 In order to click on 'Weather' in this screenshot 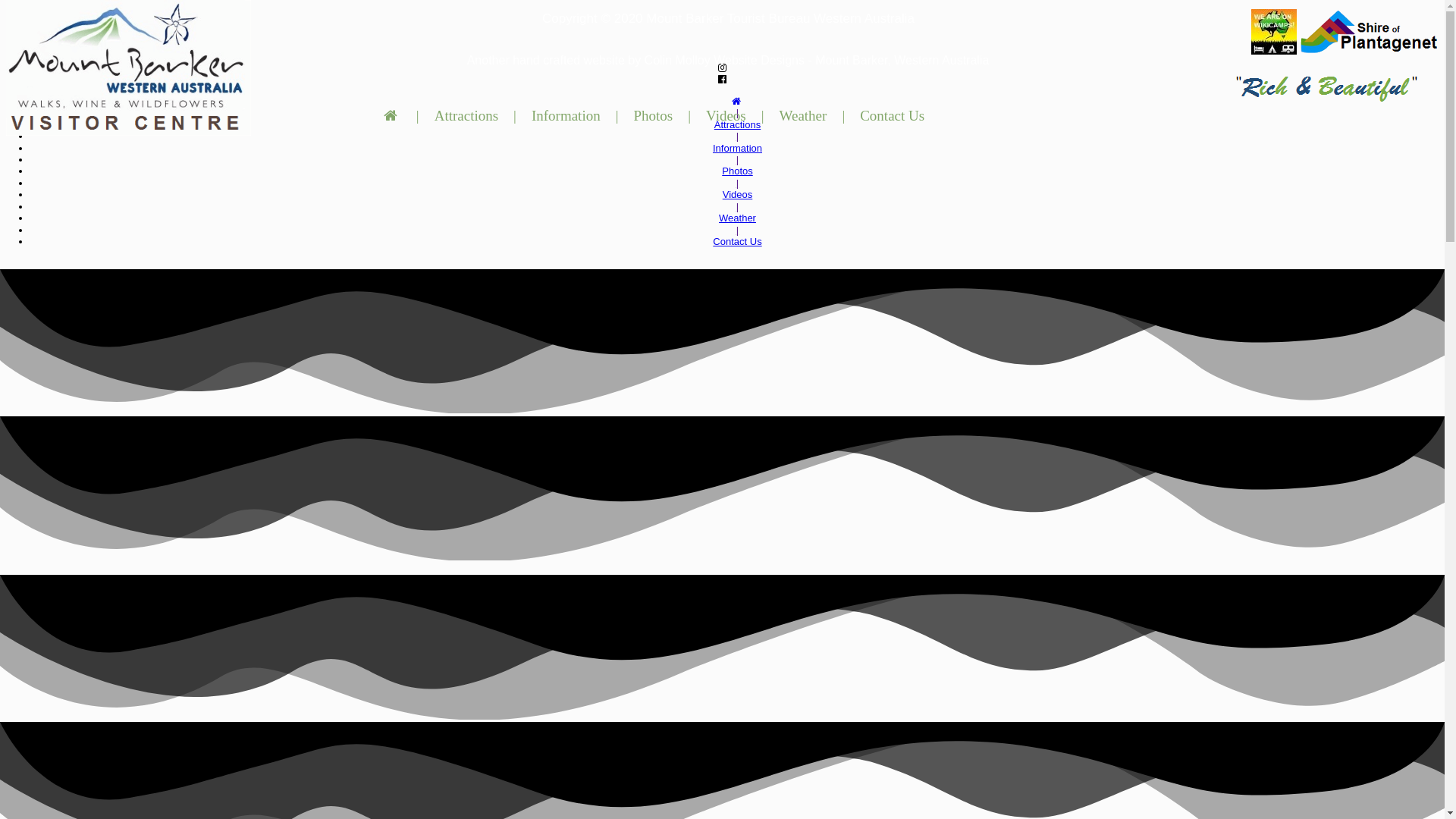, I will do `click(737, 218)`.